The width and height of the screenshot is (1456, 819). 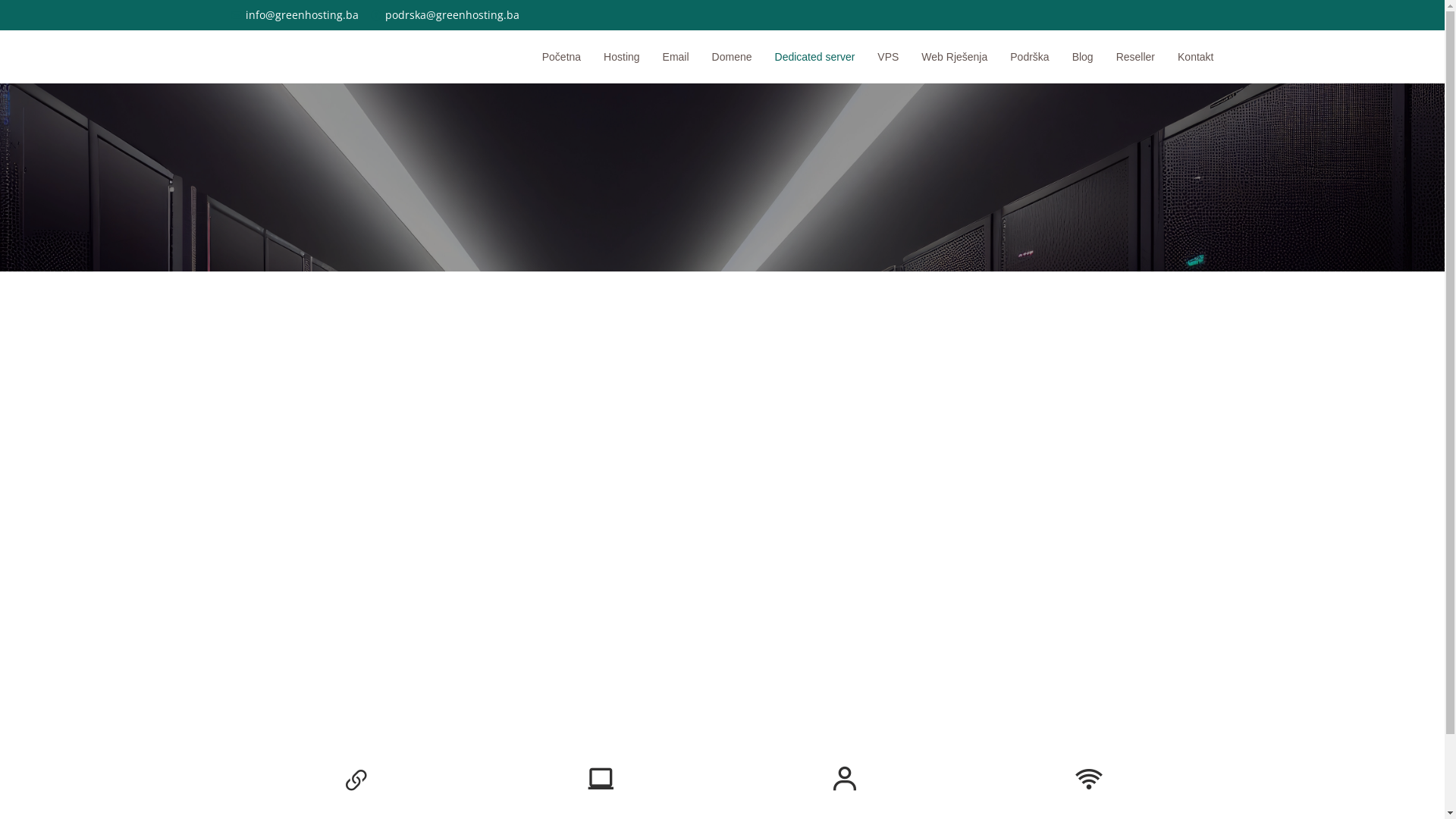 What do you see at coordinates (664, 55) in the screenshot?
I see `'Email'` at bounding box center [664, 55].